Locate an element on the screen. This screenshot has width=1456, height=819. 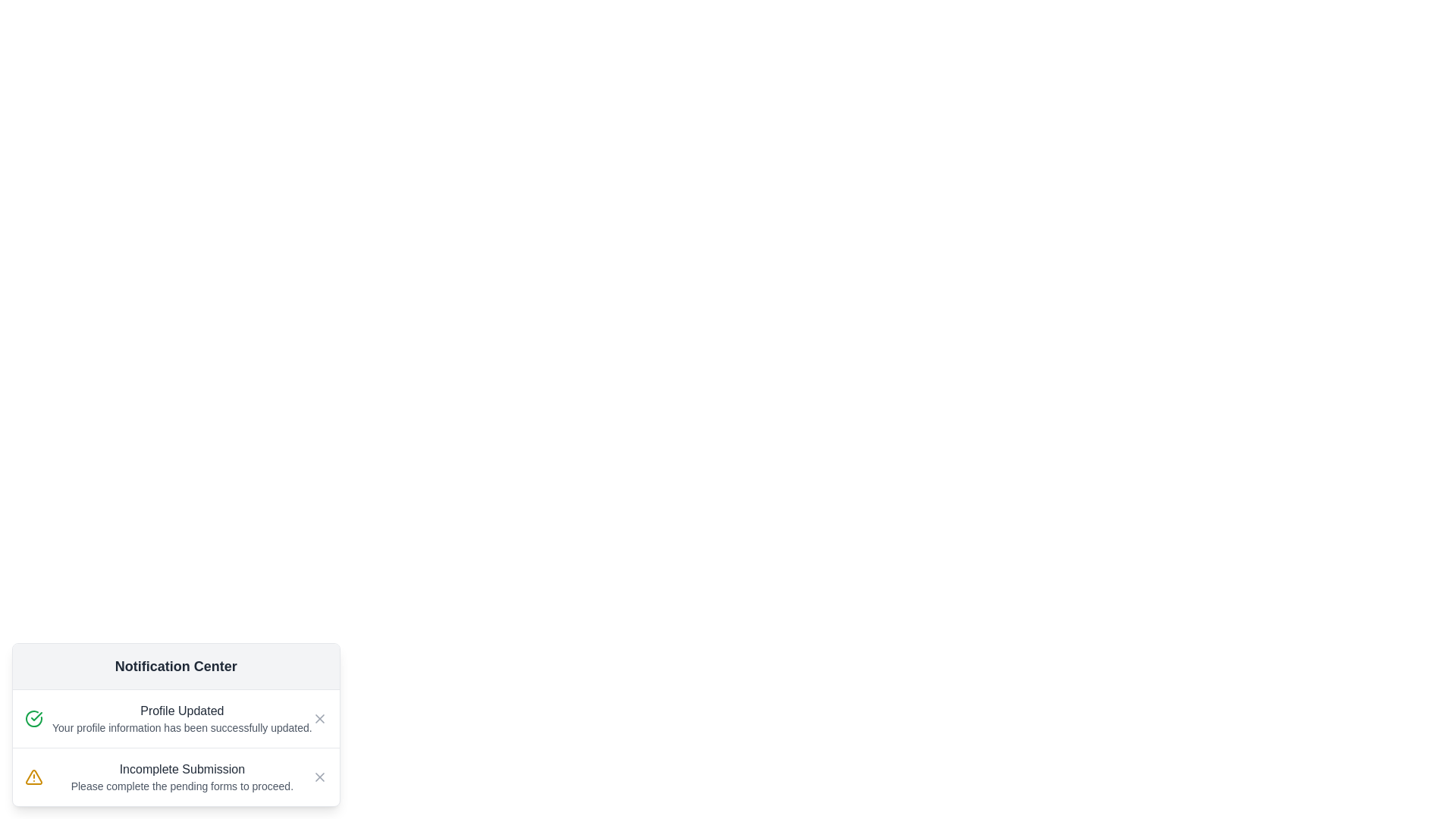
informational text label that instructs users to complete pending forms to proceed, located beneath the 'Incomplete Submission' title is located at coordinates (182, 786).